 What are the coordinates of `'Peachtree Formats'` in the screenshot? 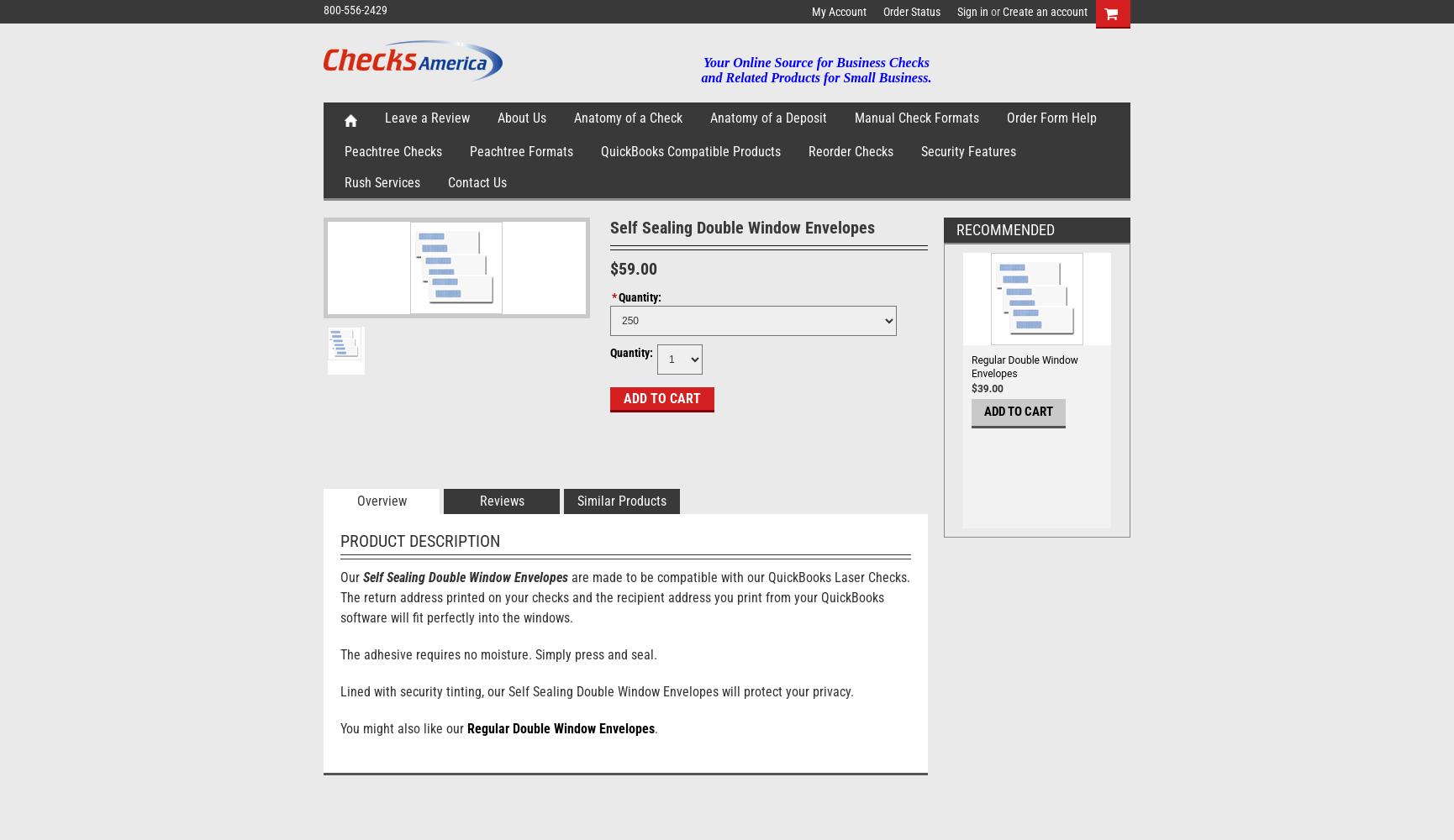 It's located at (468, 151).